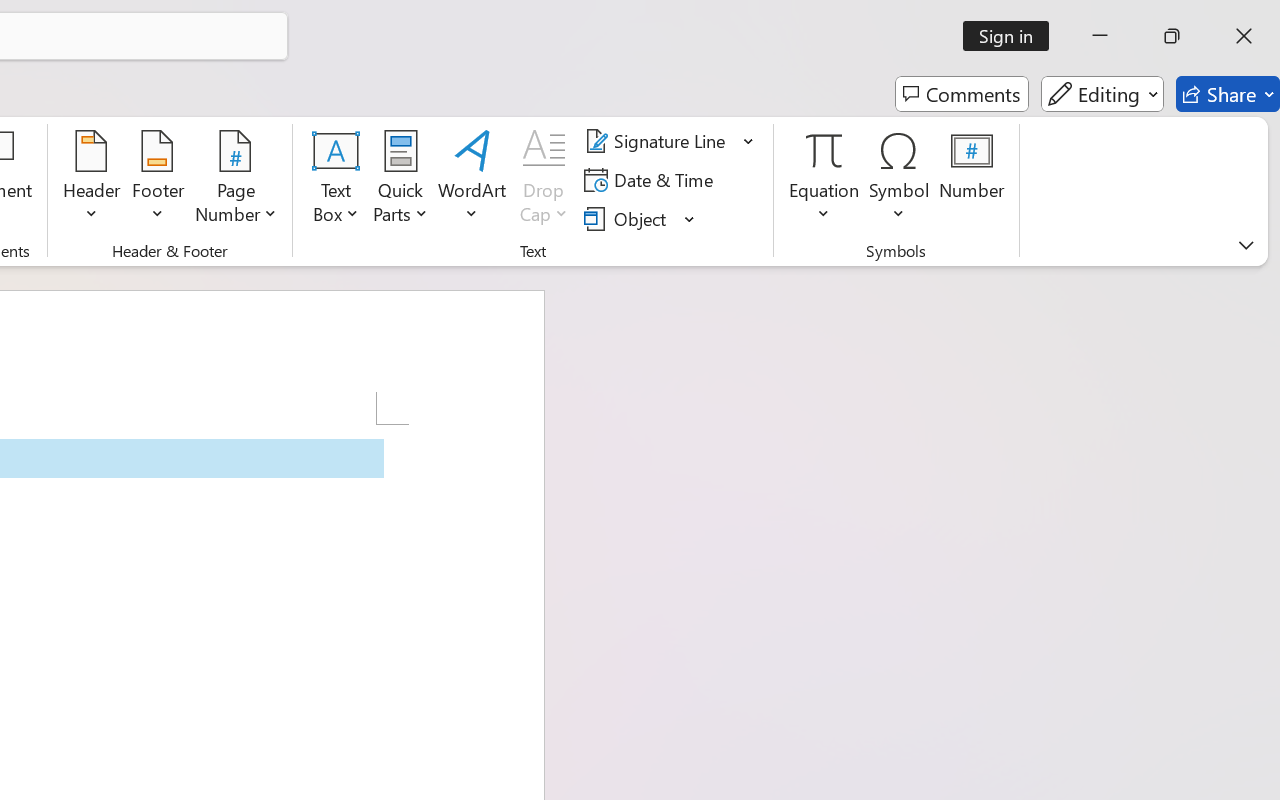 The image size is (1280, 800). Describe the element at coordinates (640, 218) in the screenshot. I see `'Object...'` at that location.